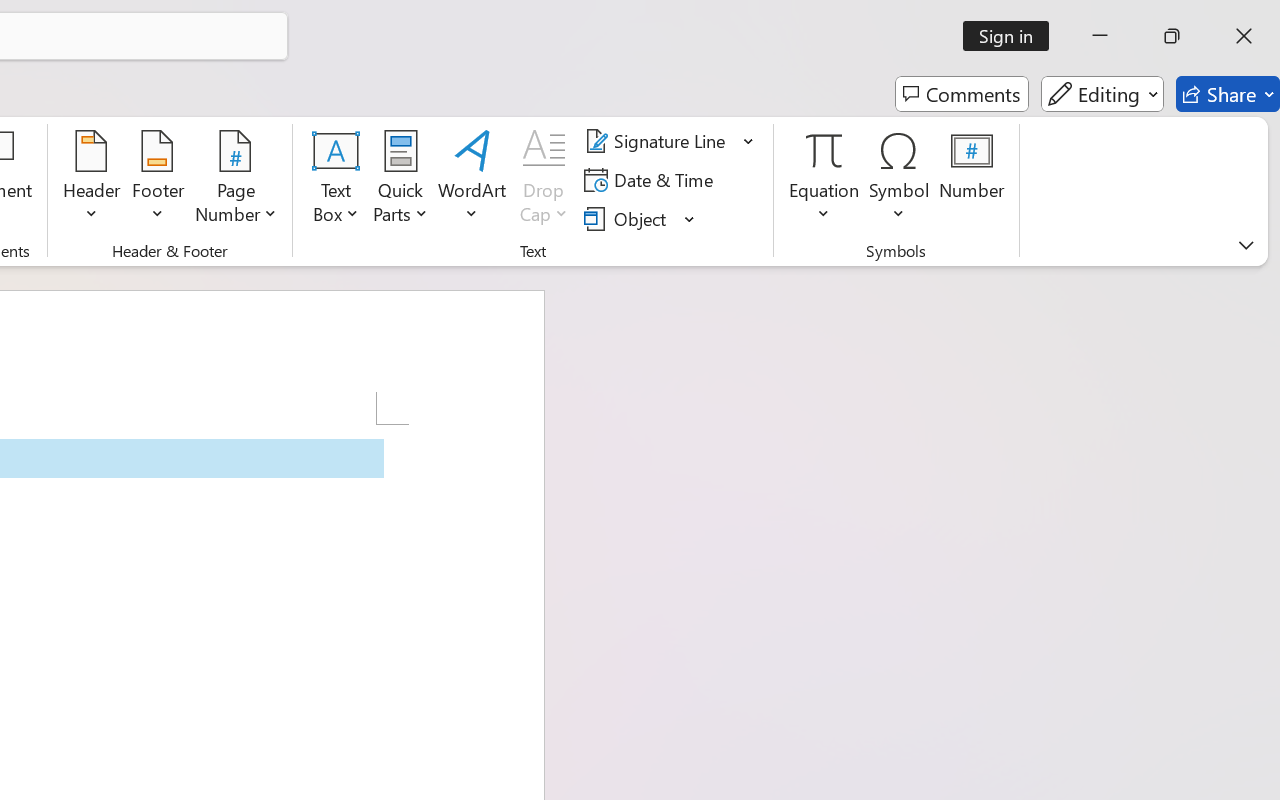 The image size is (1280, 800). Describe the element at coordinates (640, 218) in the screenshot. I see `'Object...'` at that location.